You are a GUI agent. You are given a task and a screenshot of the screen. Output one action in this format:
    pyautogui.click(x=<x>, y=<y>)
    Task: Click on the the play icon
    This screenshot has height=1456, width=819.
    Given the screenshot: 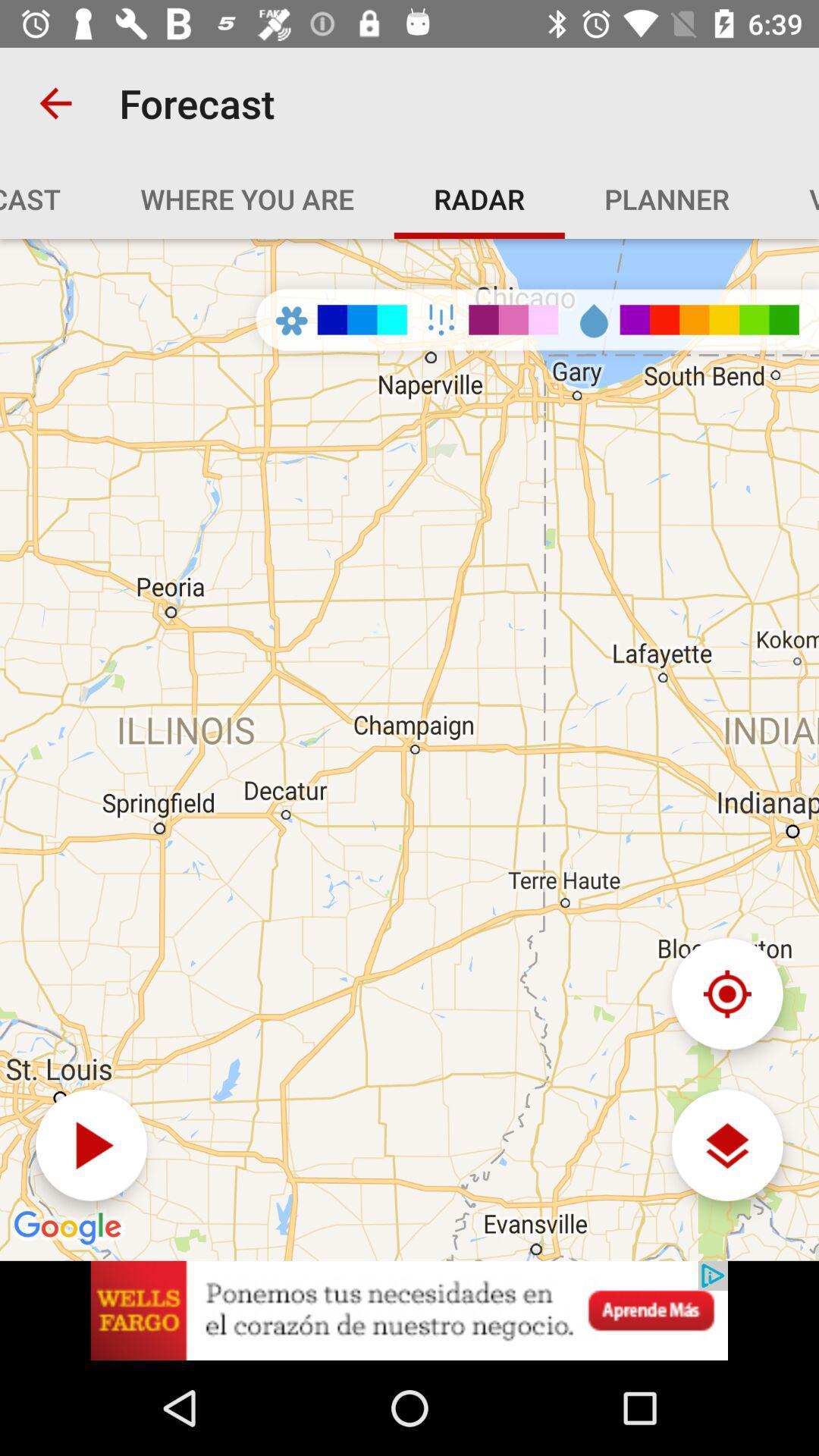 What is the action you would take?
    pyautogui.click(x=91, y=1145)
    